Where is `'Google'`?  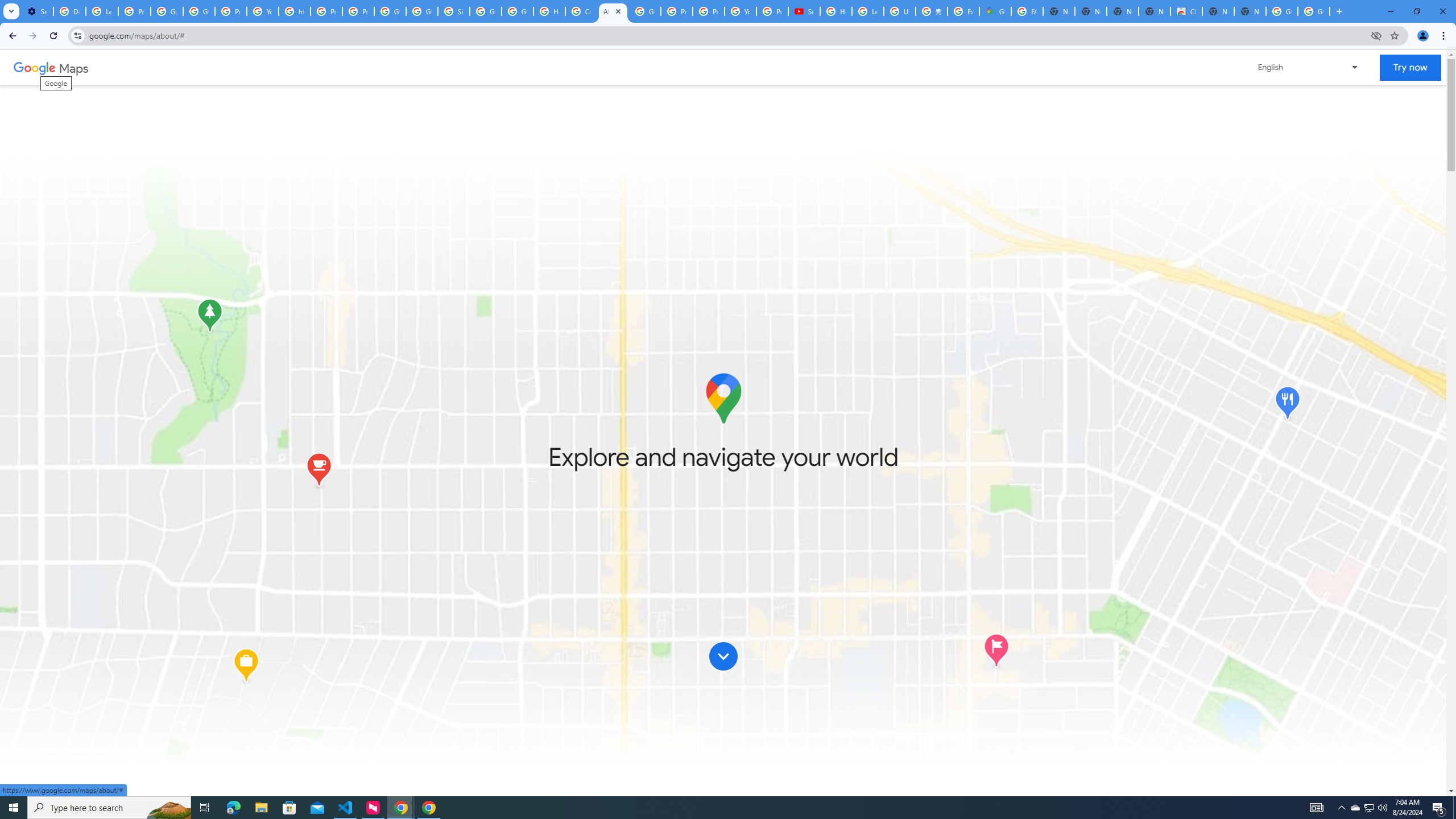 'Google' is located at coordinates (34, 67).